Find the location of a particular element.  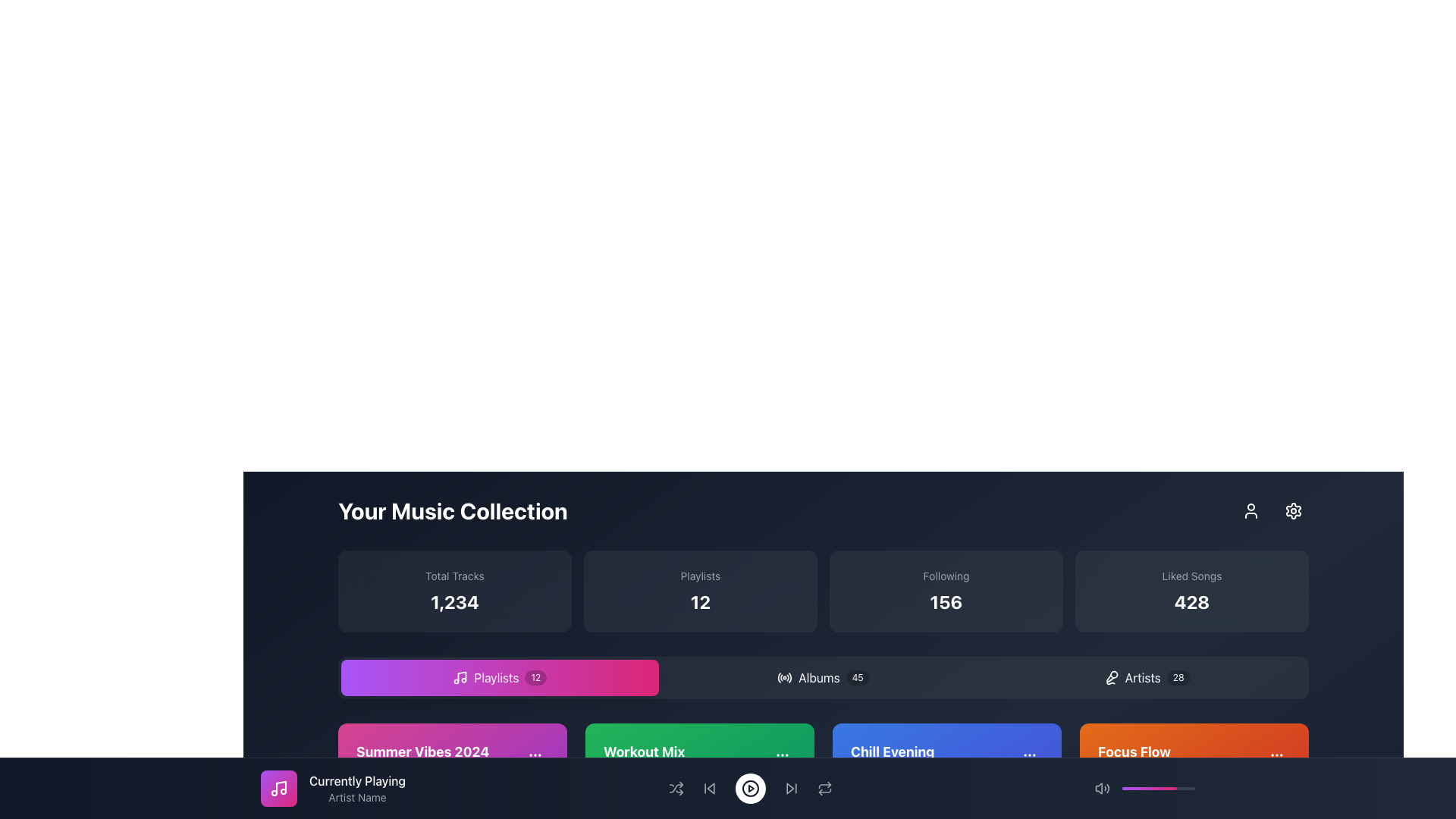

the text display component that shows 'Summer Vibes 2024' and '24 tracks', which is the first item in the second row of the 'Your Music Collection' section under the 'Playlists' tab is located at coordinates (451, 761).